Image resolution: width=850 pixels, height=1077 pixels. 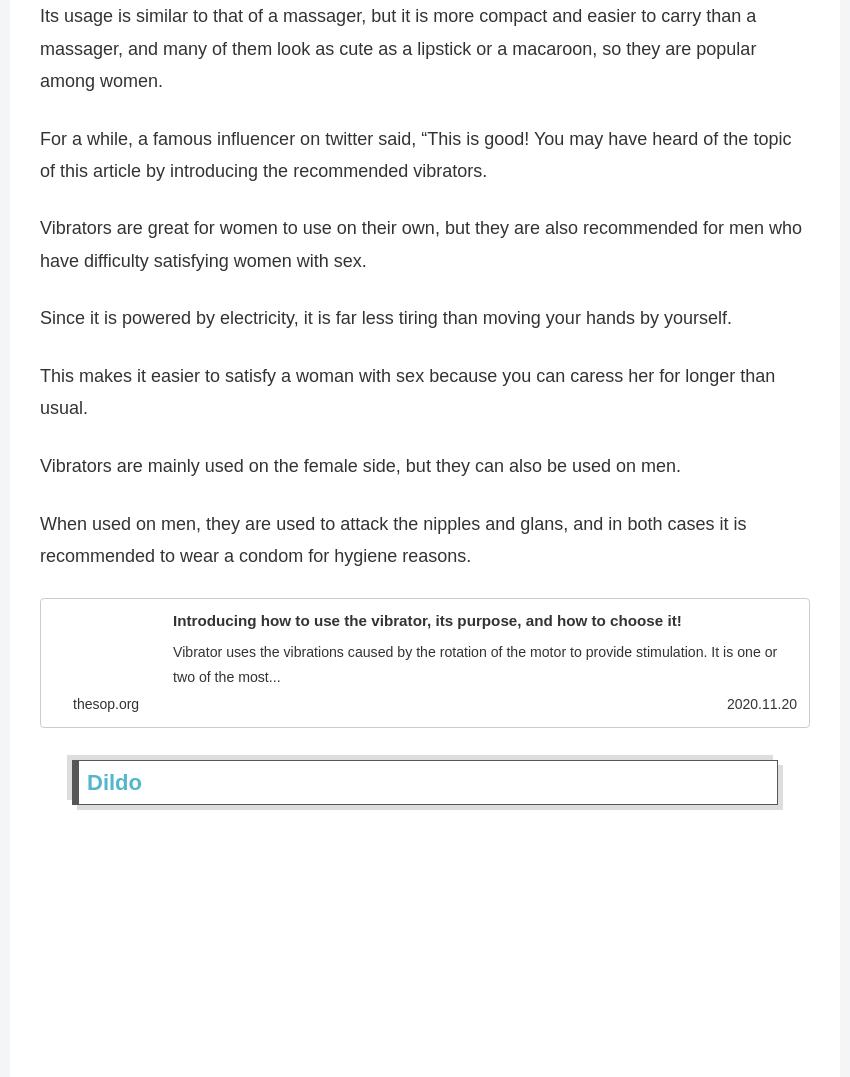 I want to click on 'Introducing how to use the vibrator, its purpose, and how to choose it!', so click(x=426, y=626).